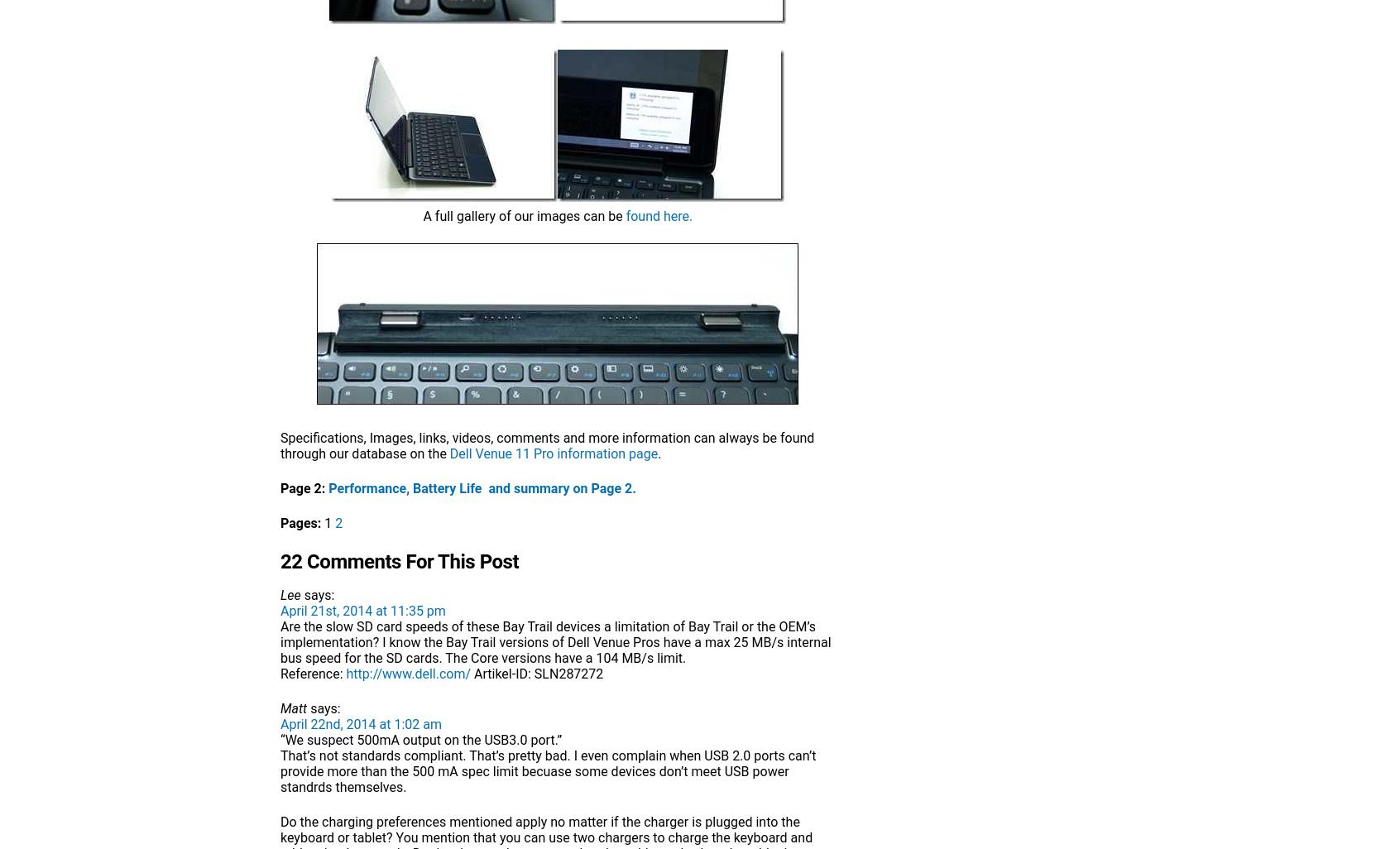 The width and height of the screenshot is (1400, 849). Describe the element at coordinates (481, 487) in the screenshot. I see `'Performance, Battery Life  and summary on Page 2.'` at that location.